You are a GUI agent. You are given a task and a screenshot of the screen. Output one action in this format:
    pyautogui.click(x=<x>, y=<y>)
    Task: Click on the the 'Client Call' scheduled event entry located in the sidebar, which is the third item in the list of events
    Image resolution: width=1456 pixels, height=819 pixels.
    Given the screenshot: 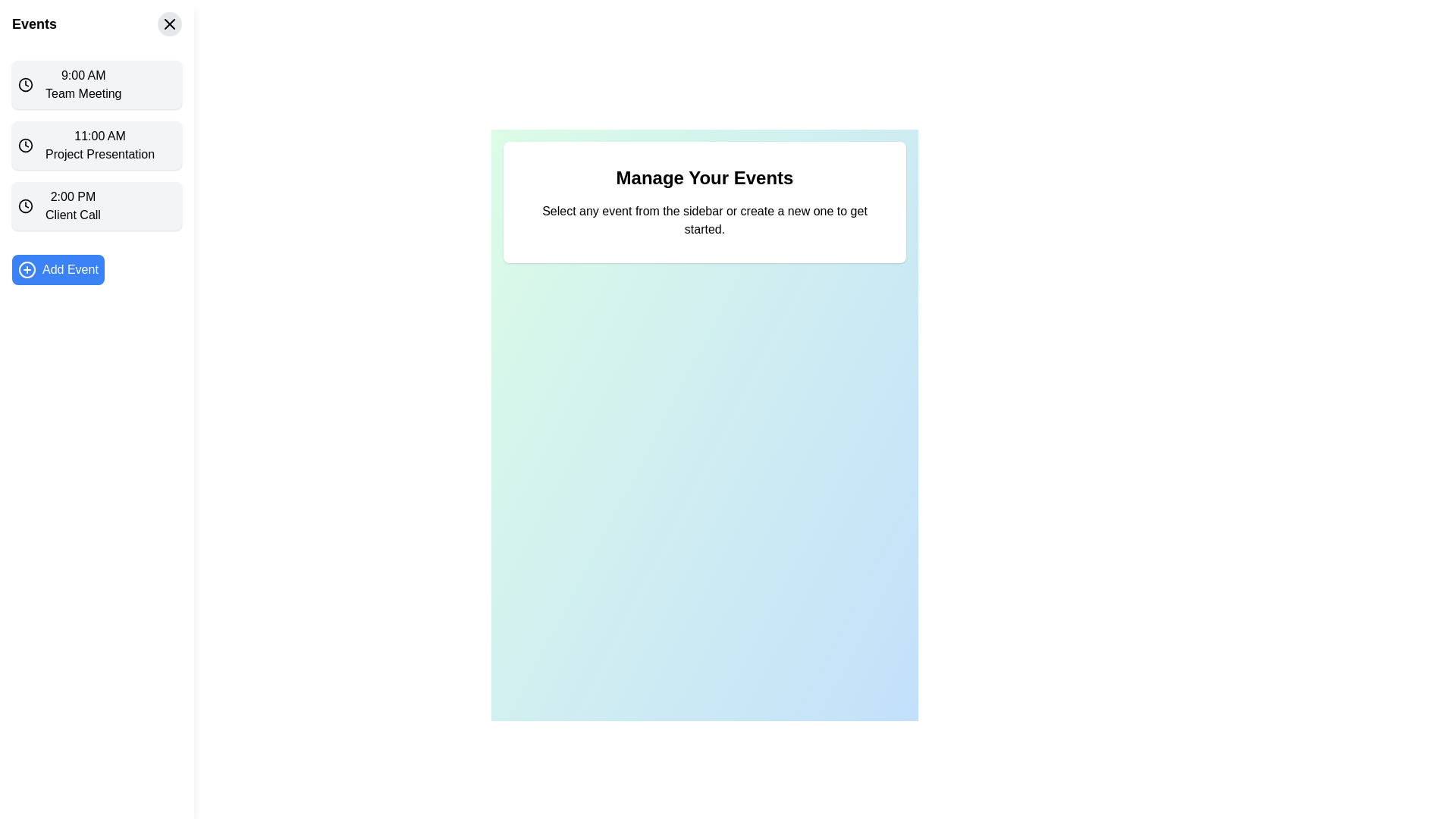 What is the action you would take?
    pyautogui.click(x=72, y=206)
    